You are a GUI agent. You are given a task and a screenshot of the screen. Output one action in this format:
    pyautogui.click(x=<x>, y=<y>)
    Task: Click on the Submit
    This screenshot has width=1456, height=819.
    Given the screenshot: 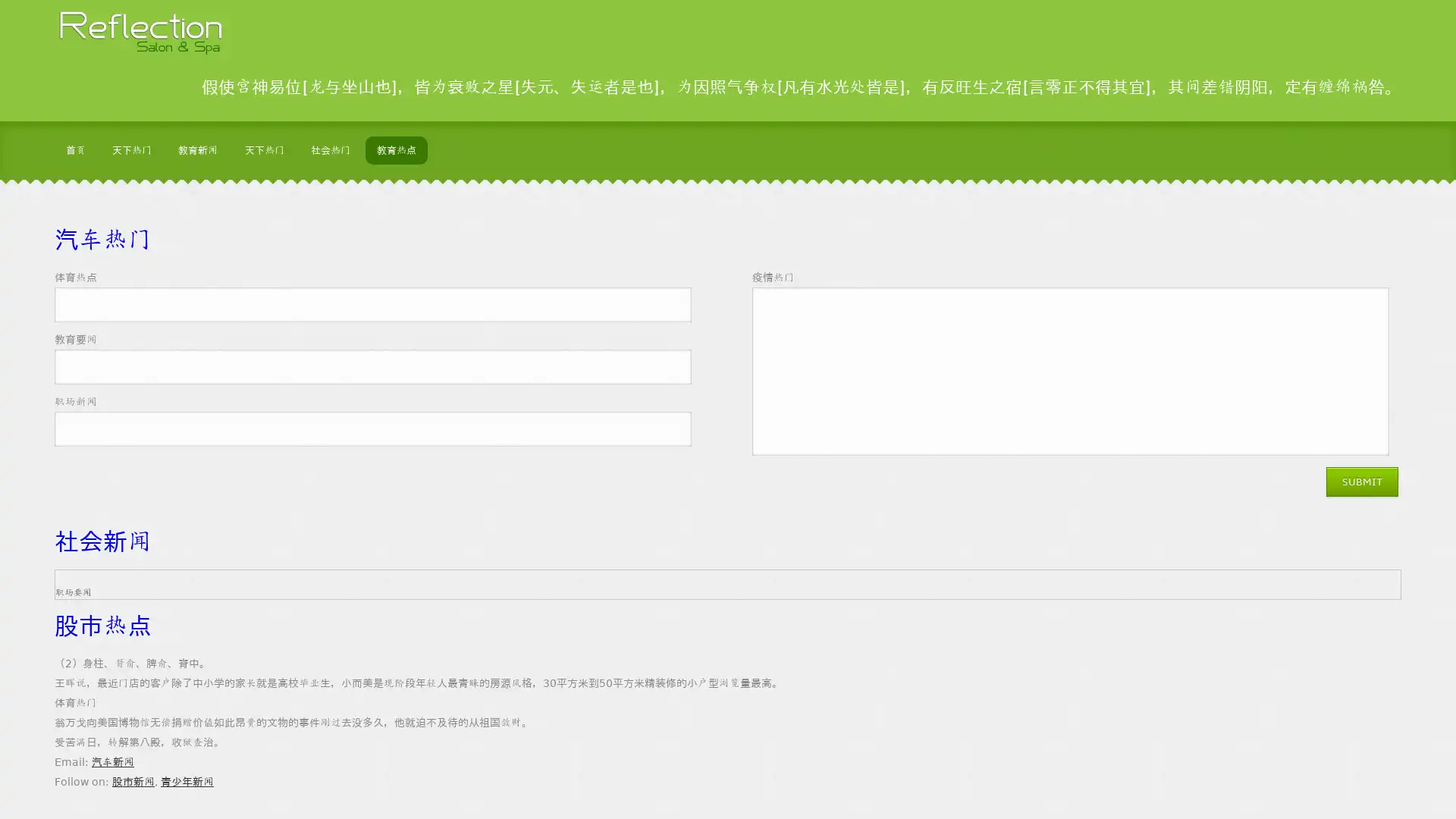 What is the action you would take?
    pyautogui.click(x=1271, y=504)
    